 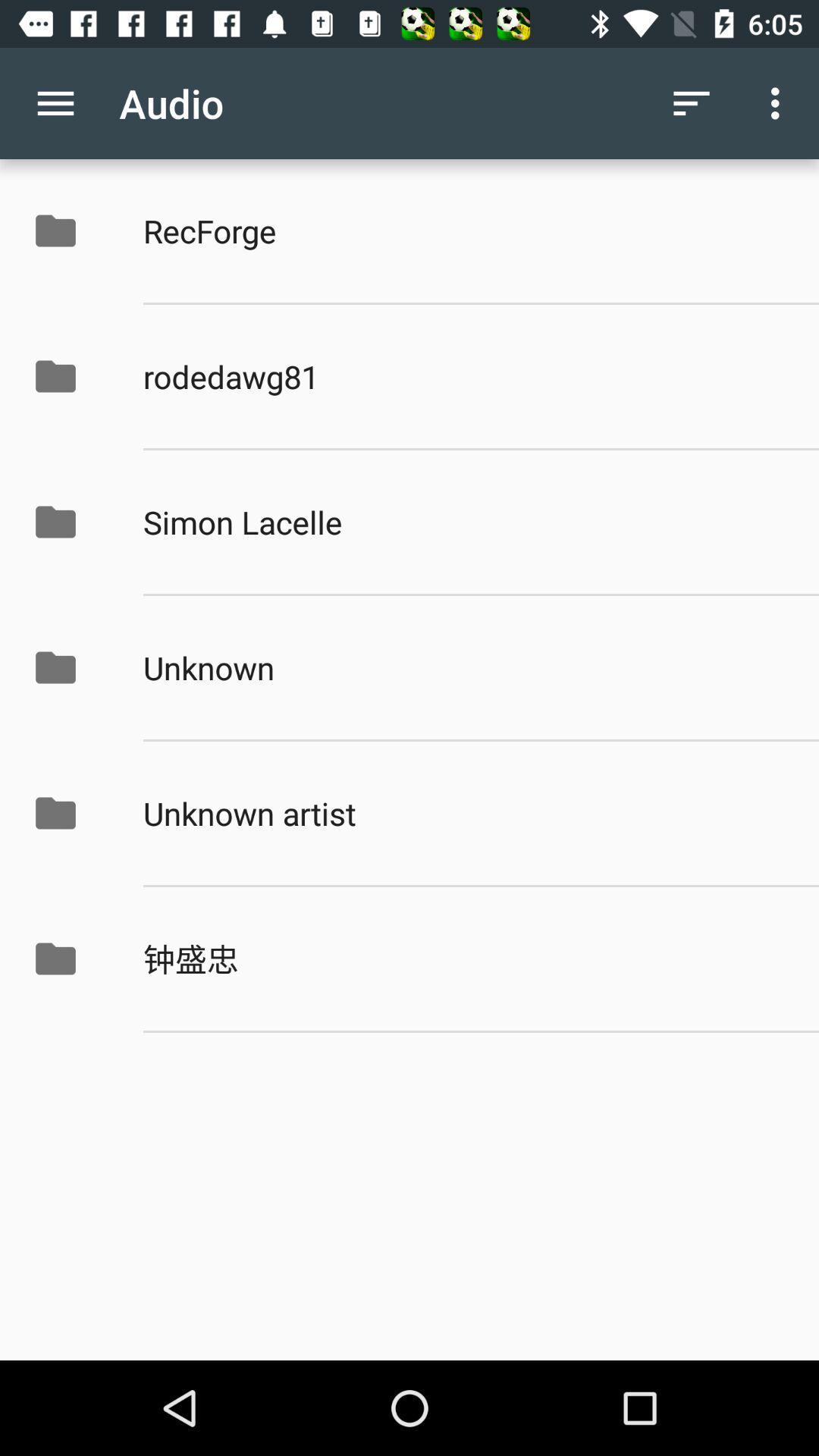 I want to click on app above rodedawg81 item, so click(x=464, y=230).